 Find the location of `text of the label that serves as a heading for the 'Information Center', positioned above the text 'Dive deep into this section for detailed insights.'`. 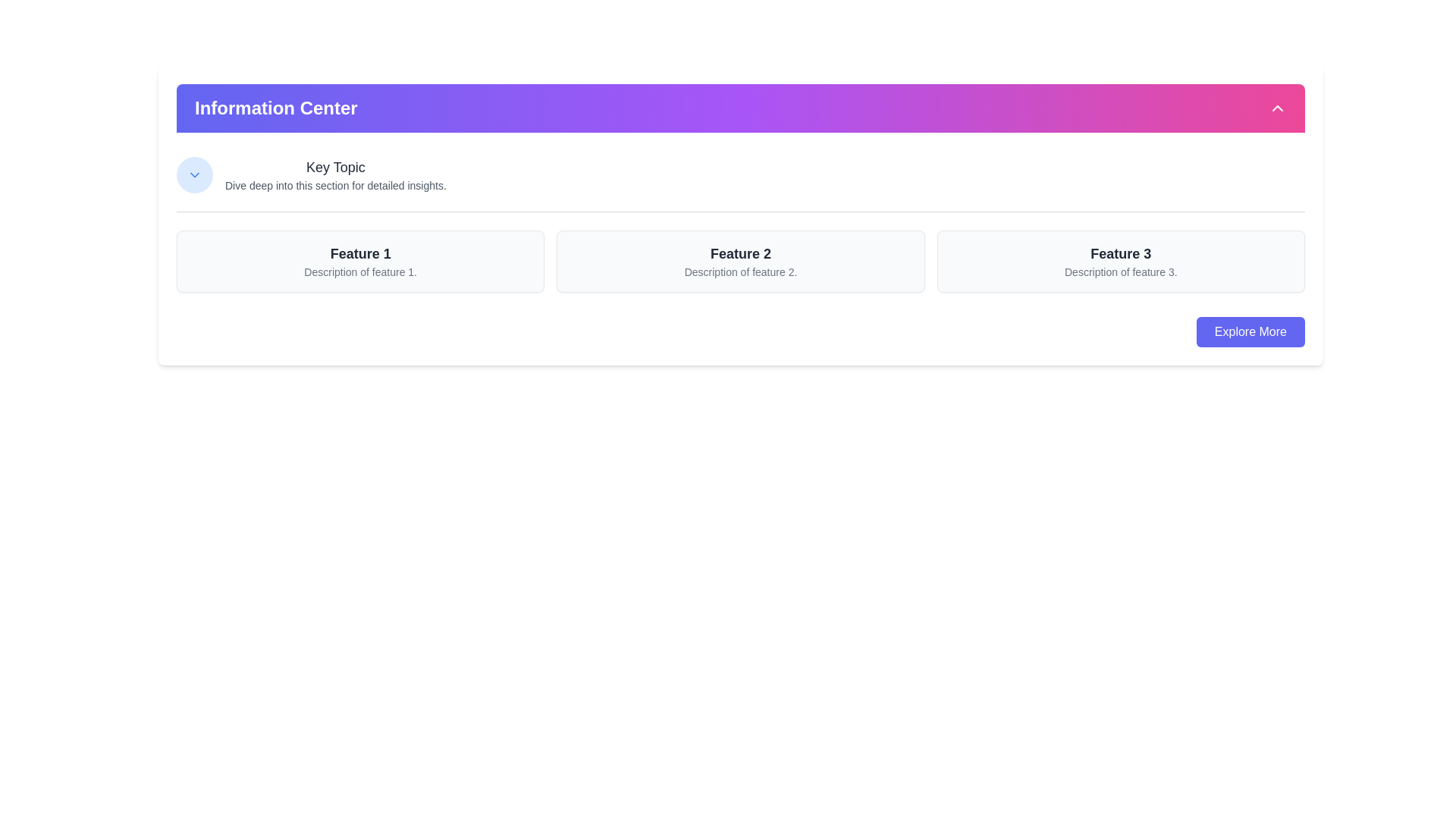

text of the label that serves as a heading for the 'Information Center', positioned above the text 'Dive deep into this section for detailed insights.' is located at coordinates (334, 167).